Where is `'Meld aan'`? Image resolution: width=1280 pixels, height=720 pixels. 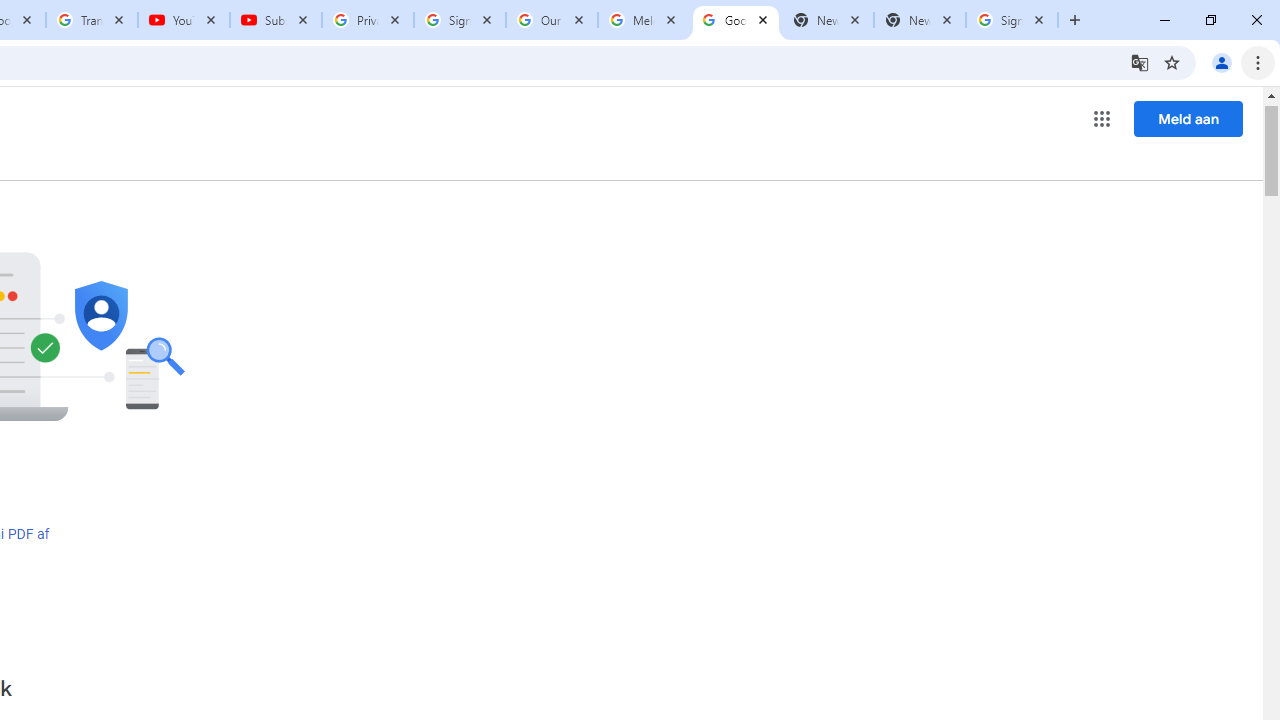
'Meld aan' is located at coordinates (1188, 118).